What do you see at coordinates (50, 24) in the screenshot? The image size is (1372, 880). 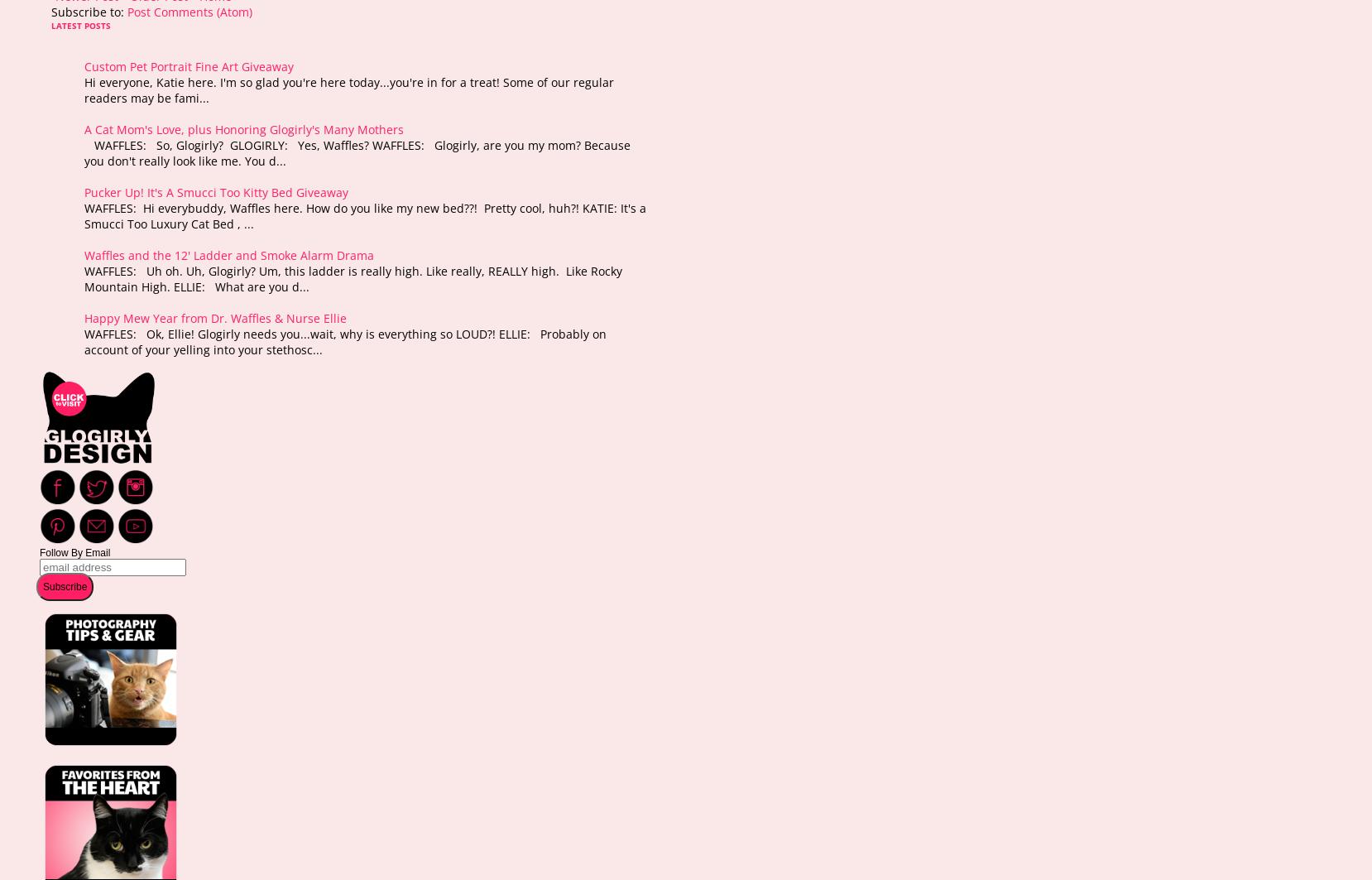 I see `'LATEST POSTS'` at bounding box center [50, 24].